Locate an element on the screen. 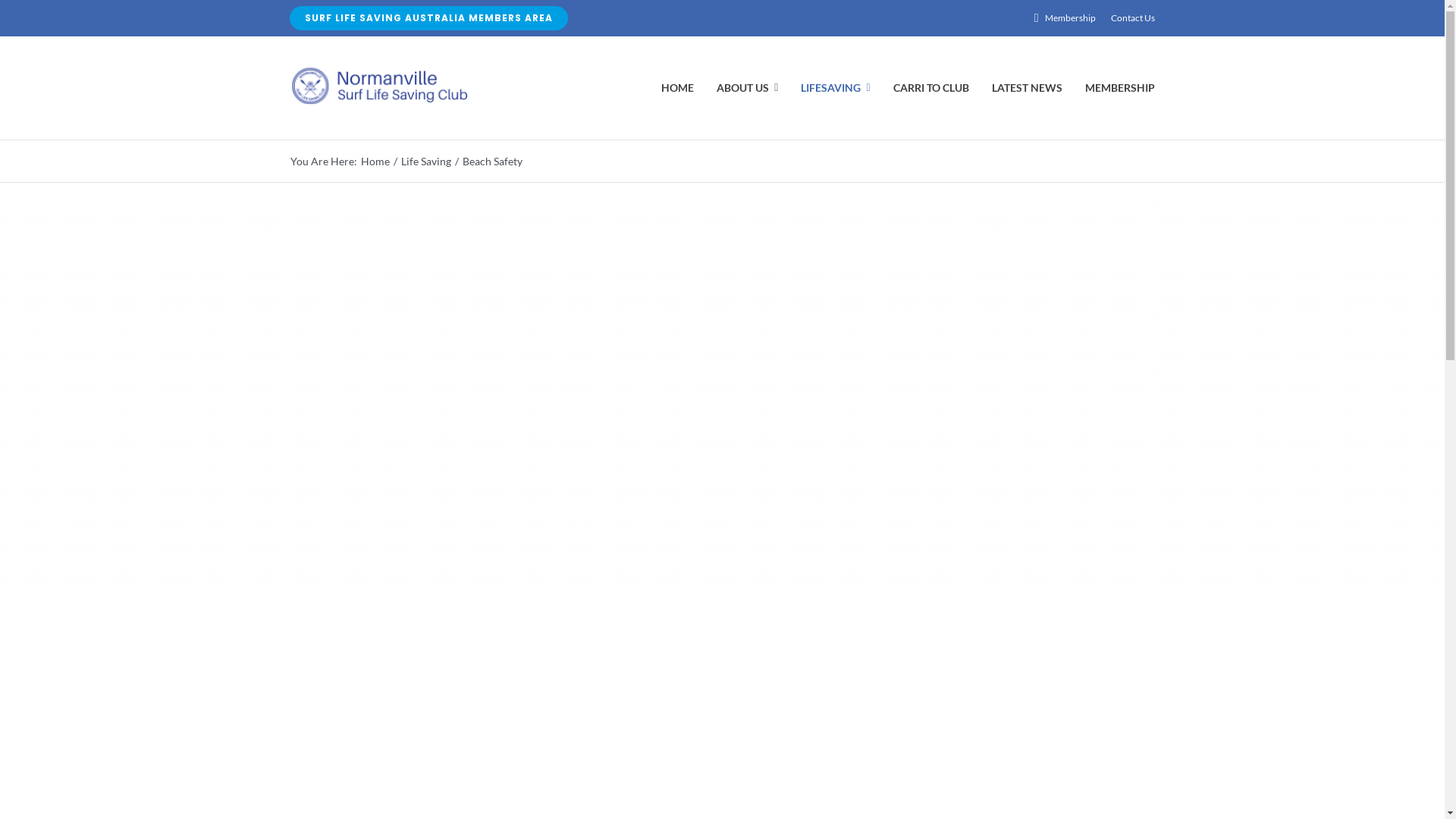  'SURF LIFE SAVING AUSTRALIA MEMBERS AREA' is located at coordinates (428, 17).